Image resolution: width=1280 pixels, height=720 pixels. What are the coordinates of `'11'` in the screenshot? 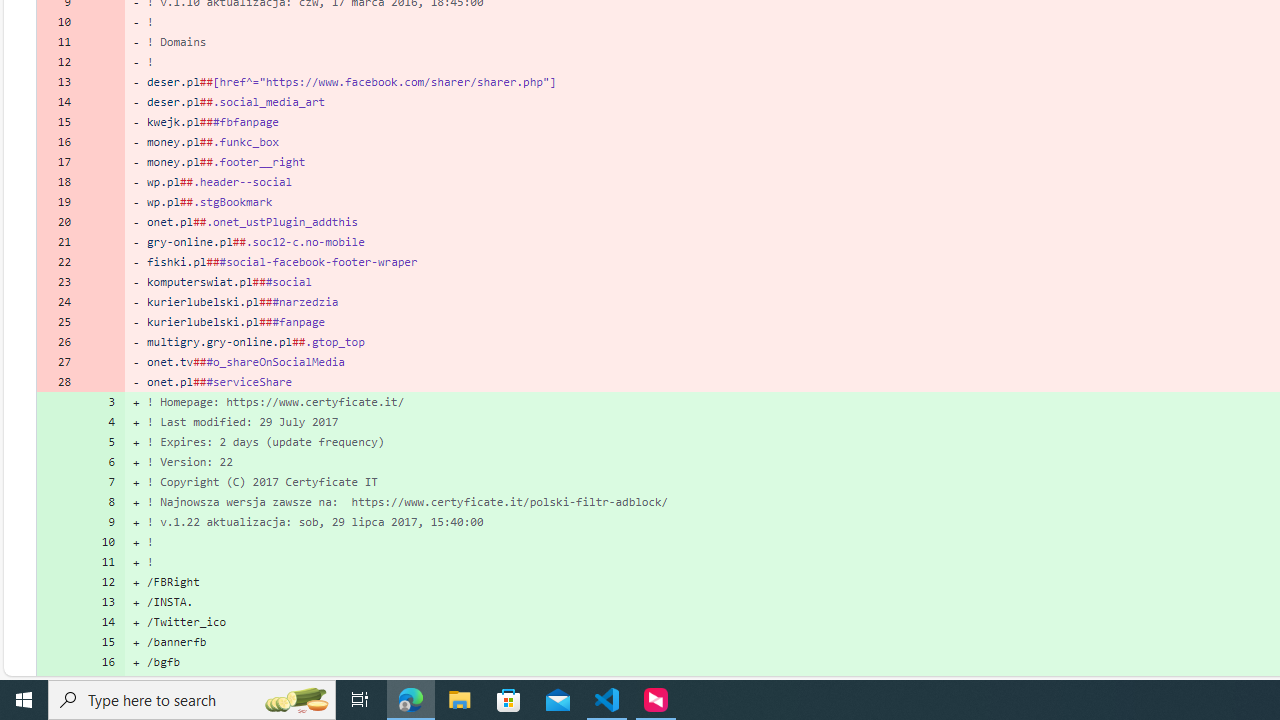 It's located at (102, 561).